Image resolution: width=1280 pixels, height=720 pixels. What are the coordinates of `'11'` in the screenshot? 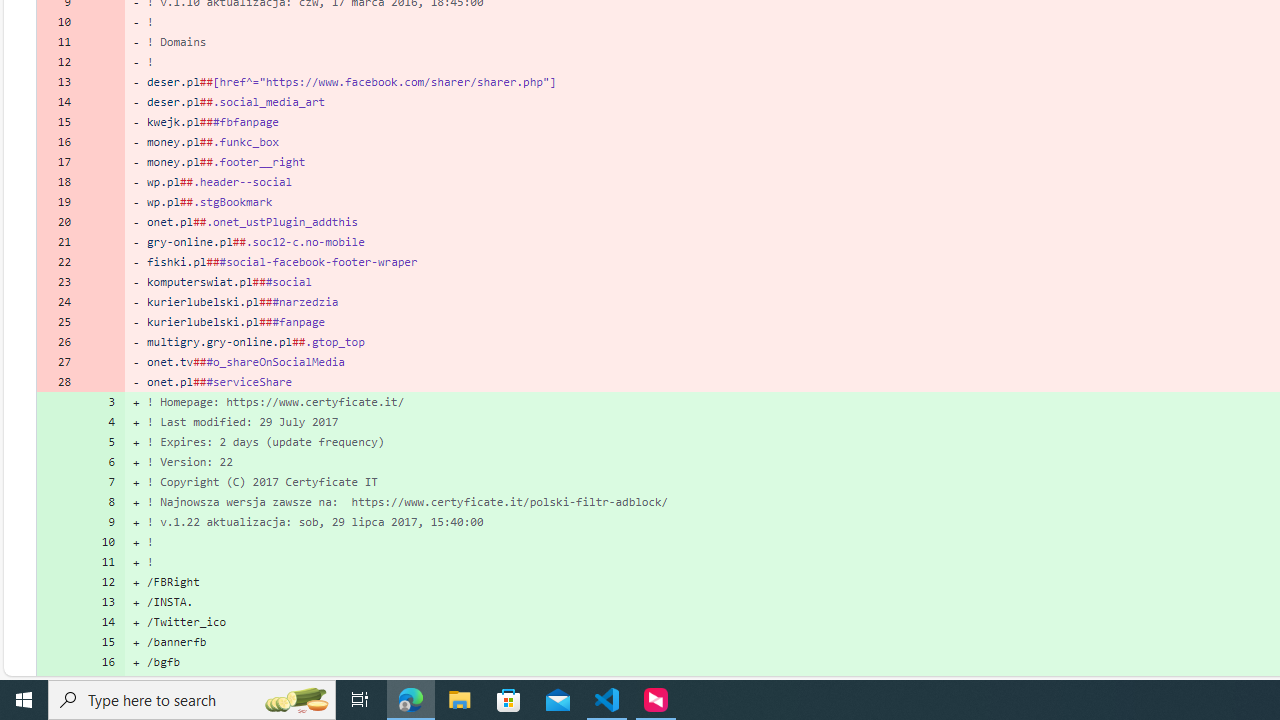 It's located at (102, 561).